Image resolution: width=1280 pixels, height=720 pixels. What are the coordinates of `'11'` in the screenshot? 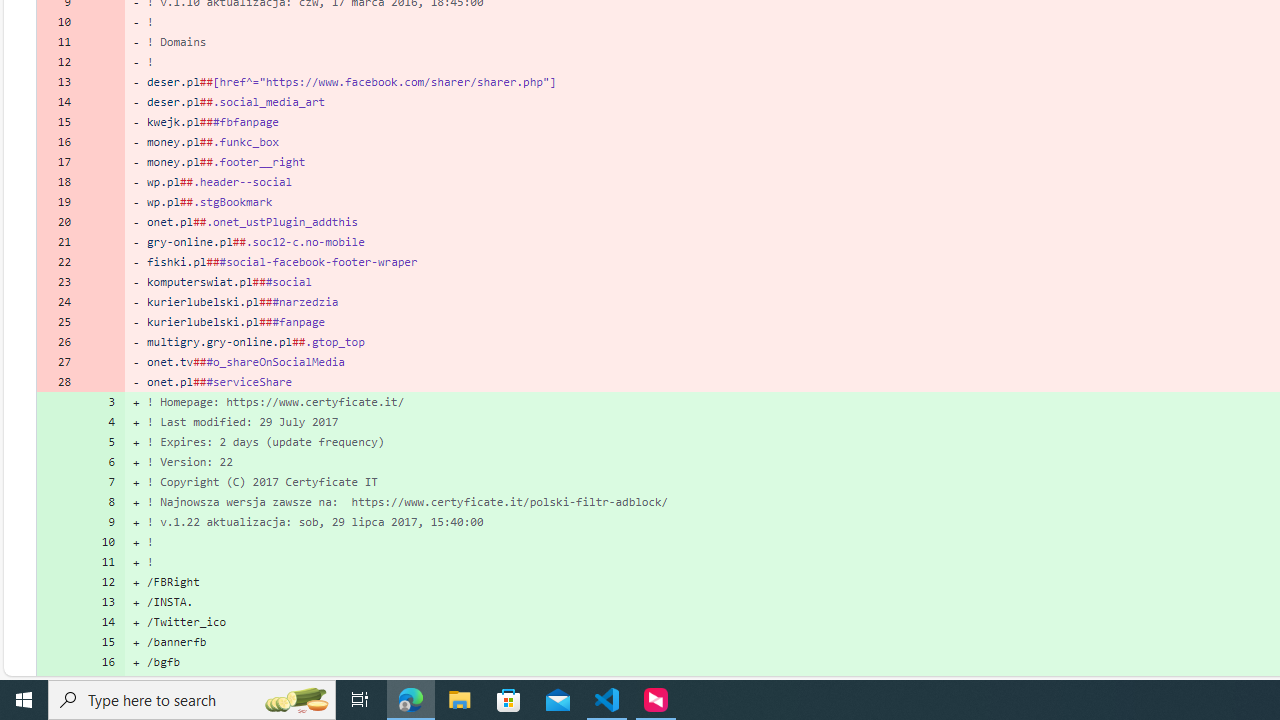 It's located at (102, 561).